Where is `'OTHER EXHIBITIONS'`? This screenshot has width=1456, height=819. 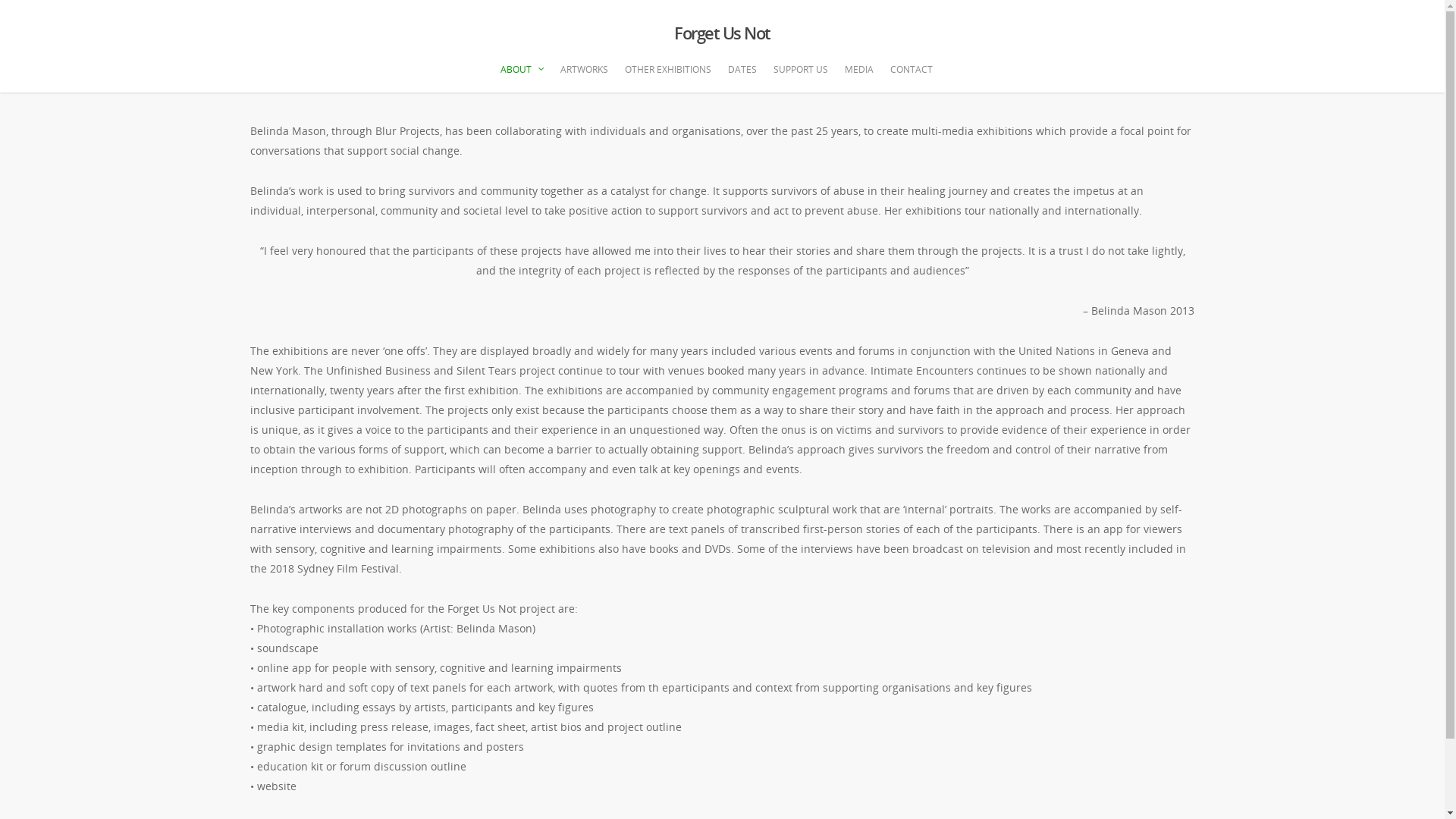 'OTHER EXHIBITIONS' is located at coordinates (667, 77).